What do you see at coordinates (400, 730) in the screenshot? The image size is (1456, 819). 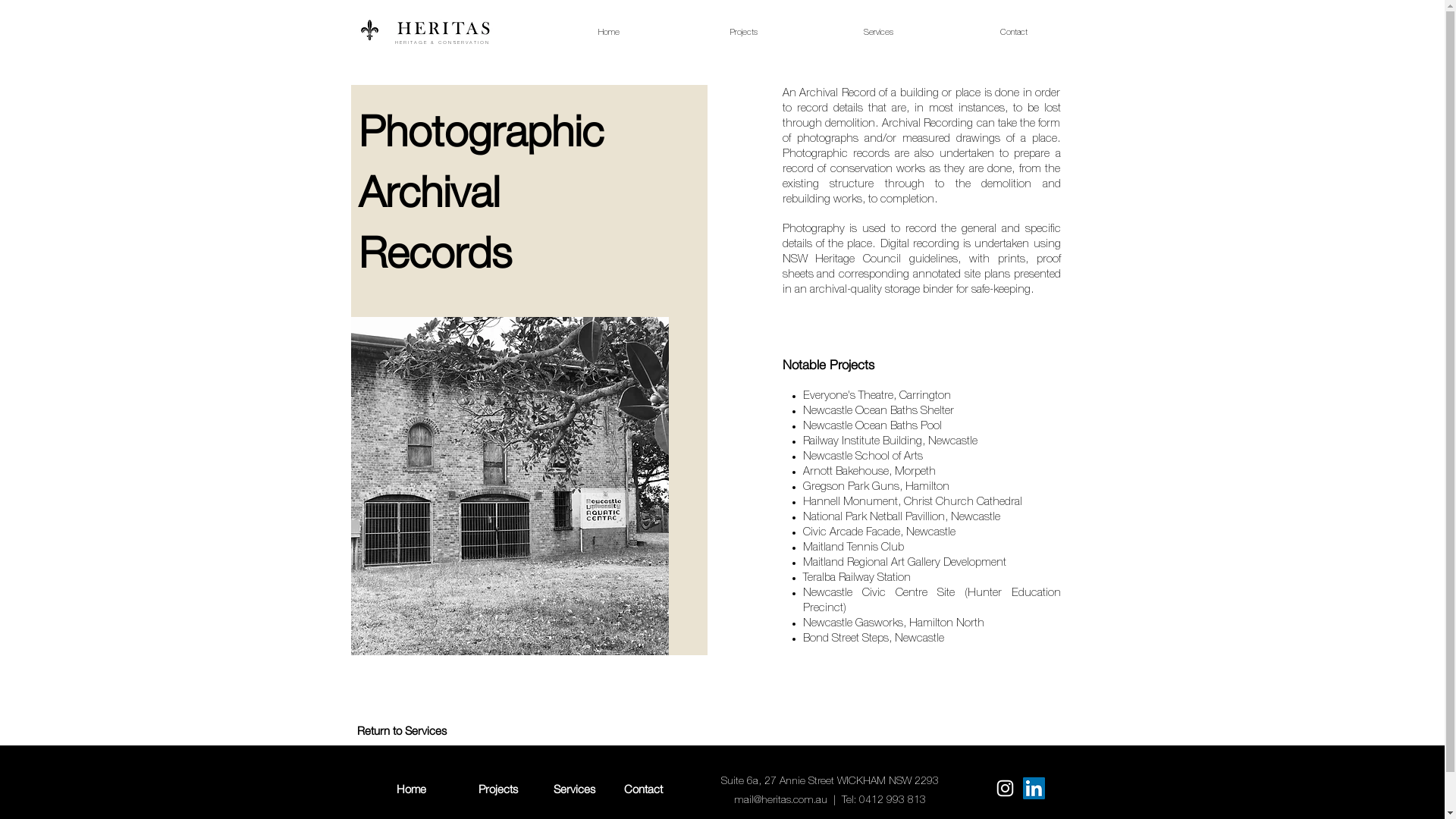 I see `'Return to Services'` at bounding box center [400, 730].